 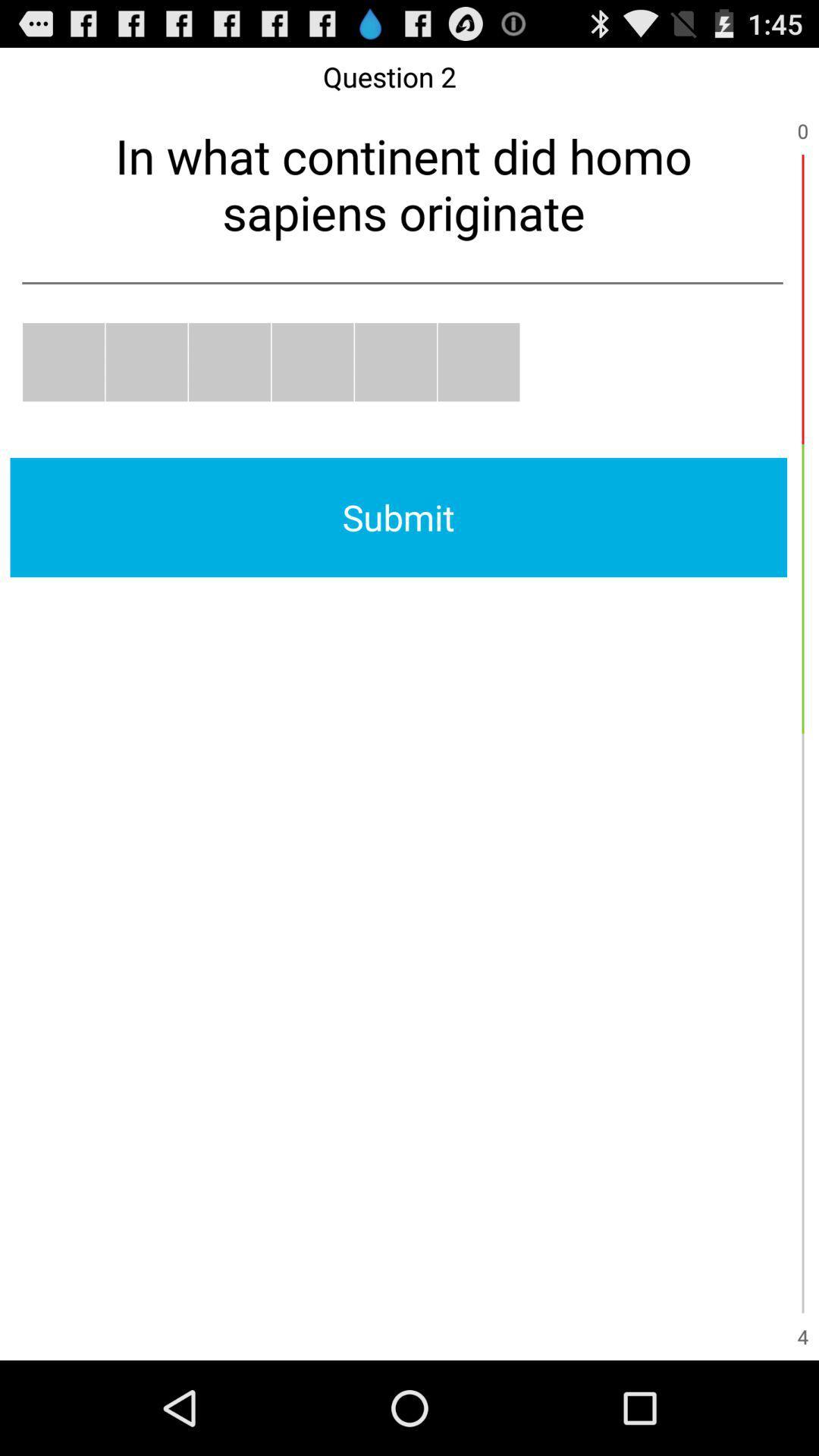 What do you see at coordinates (397, 517) in the screenshot?
I see `the icon at the center` at bounding box center [397, 517].